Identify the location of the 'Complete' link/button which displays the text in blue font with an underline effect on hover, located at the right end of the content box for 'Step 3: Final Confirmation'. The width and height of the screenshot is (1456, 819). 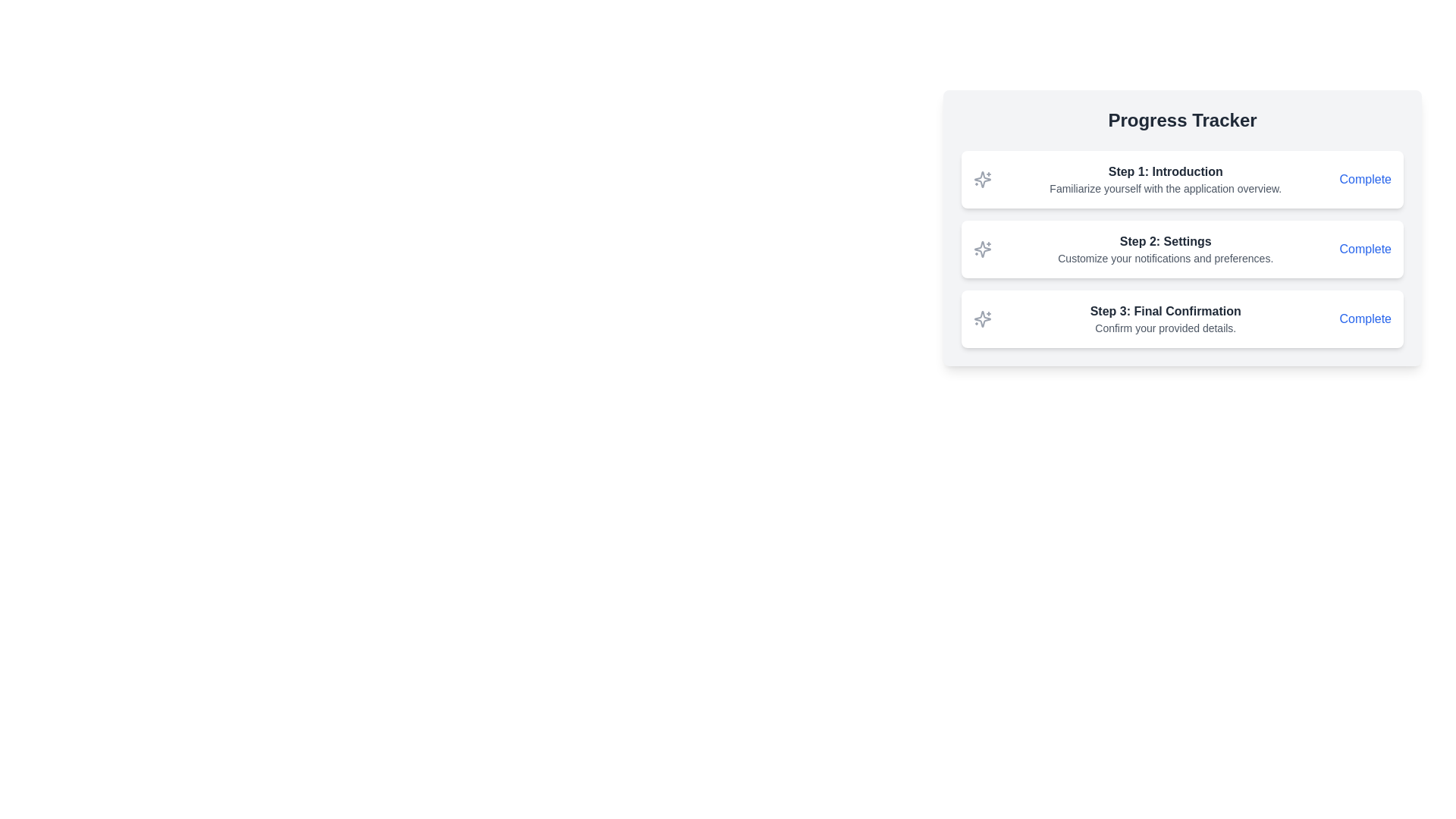
(1365, 318).